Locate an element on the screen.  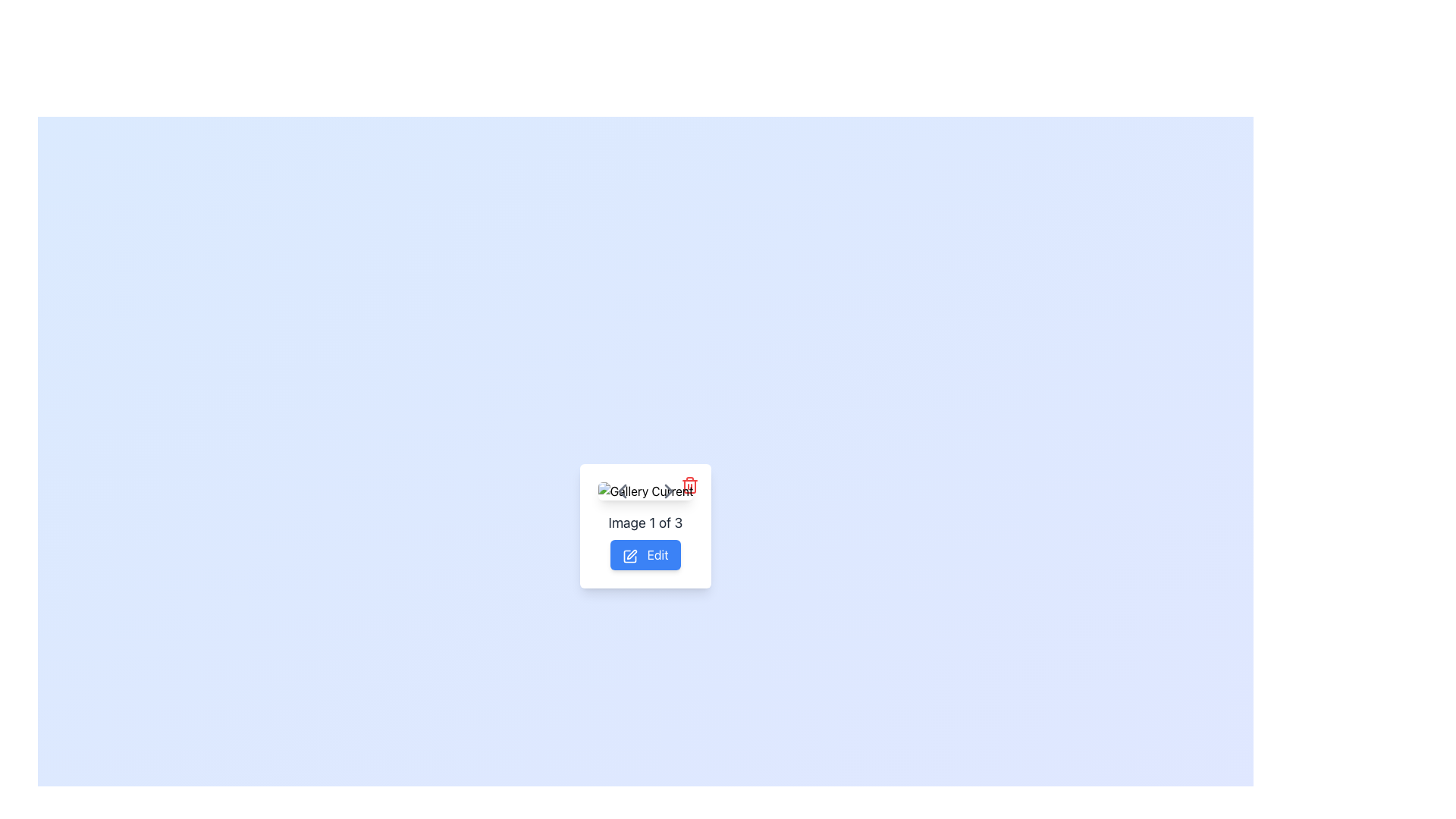
the right-facing chevron navigation icon located in the center-right area of the modal is located at coordinates (668, 491).